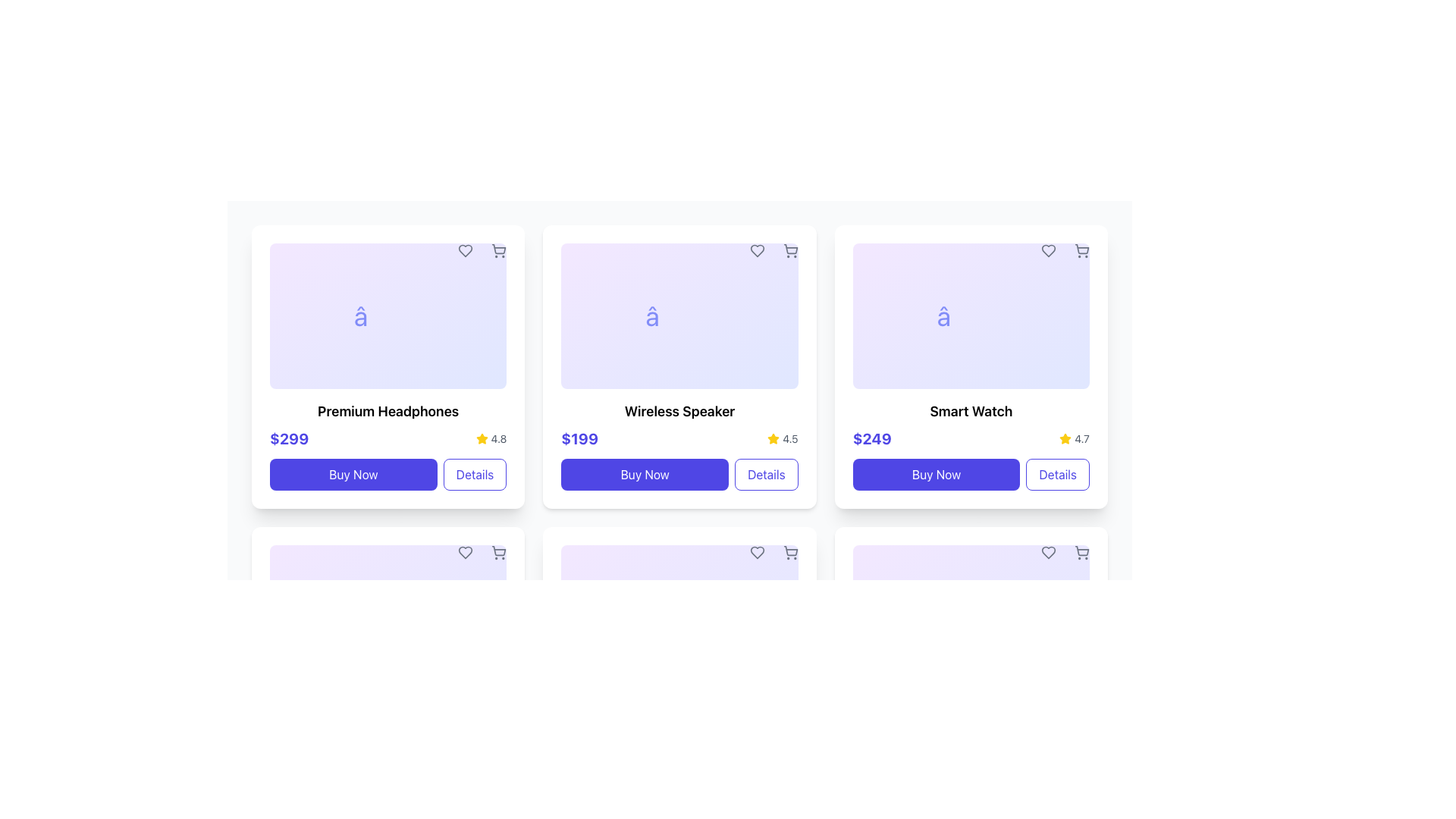 The image size is (1456, 819). I want to click on the add to cart button (SVG icon) located in the top-right corner of the product card for the 'Wireless Speaker', so click(789, 250).